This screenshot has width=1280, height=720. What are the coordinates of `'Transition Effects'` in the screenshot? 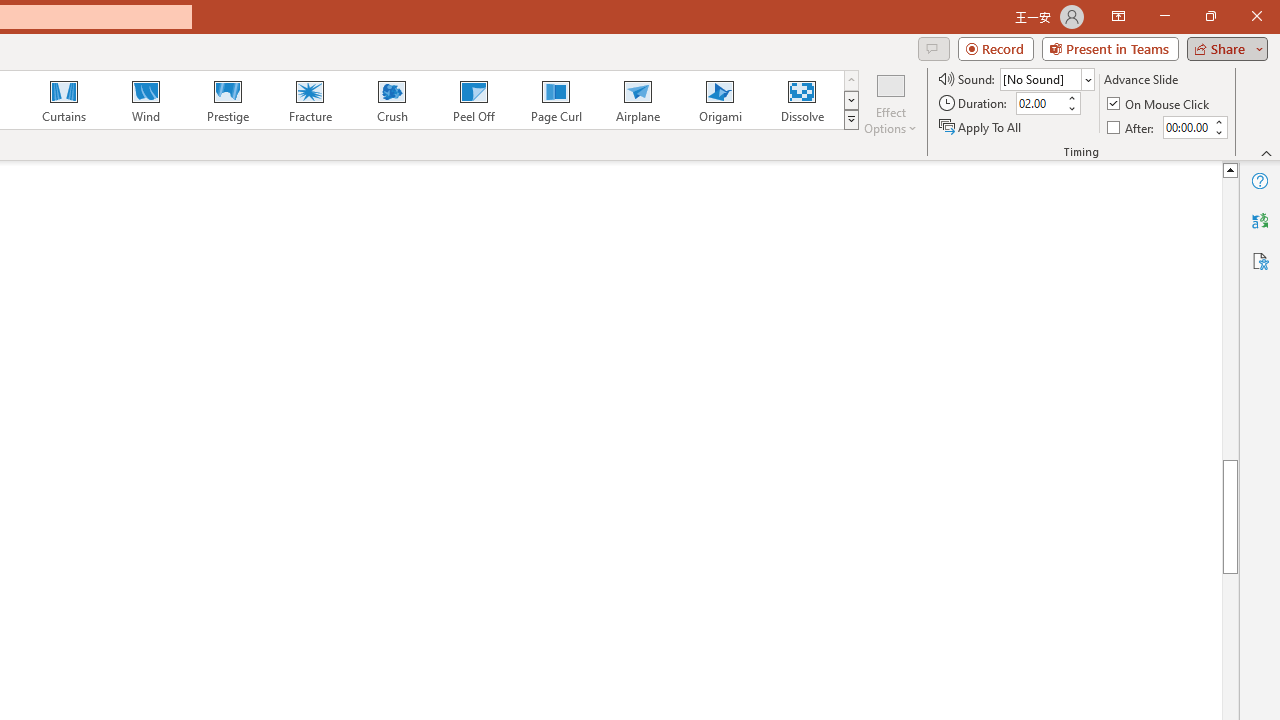 It's located at (851, 120).